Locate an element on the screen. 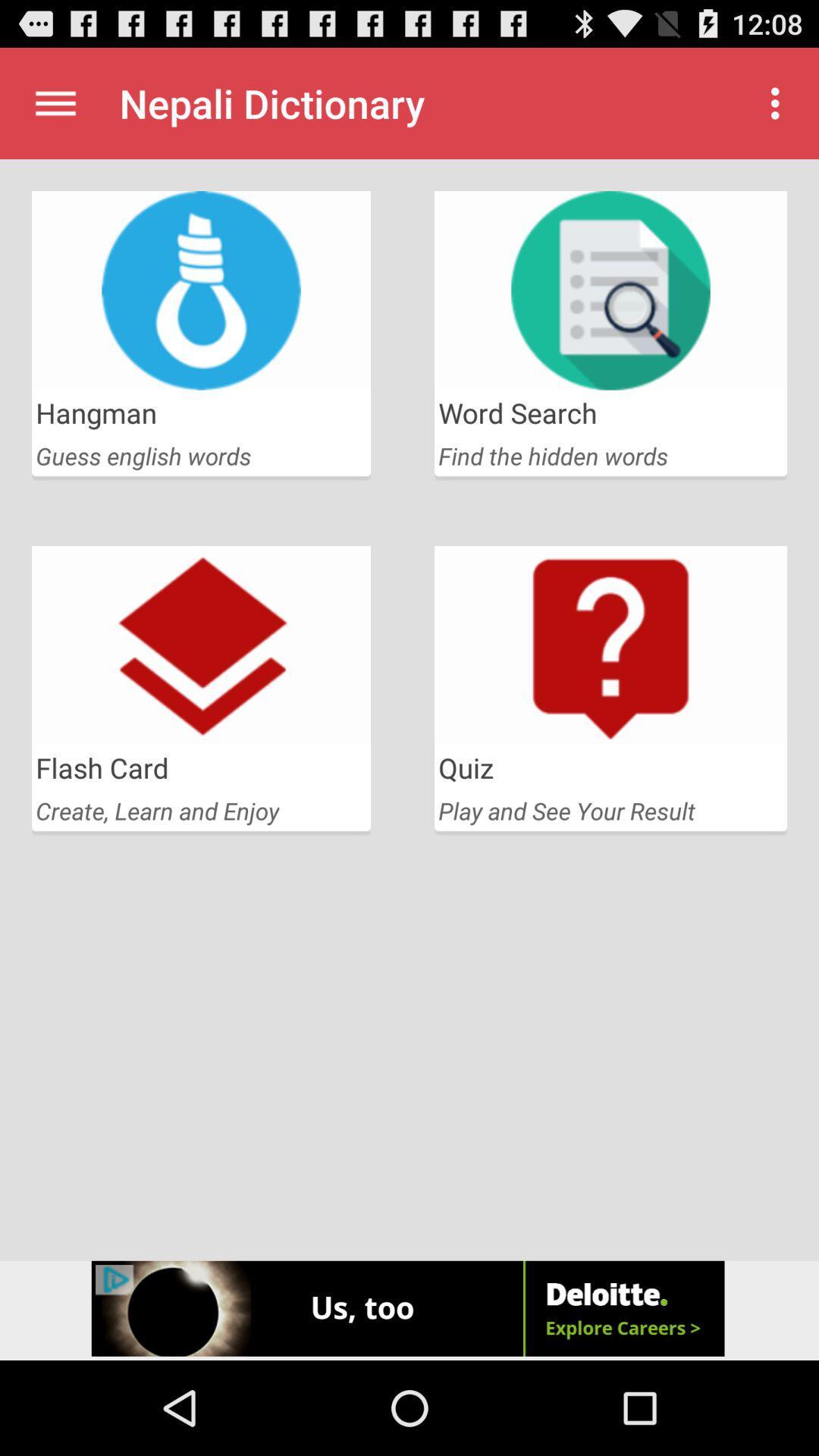  deloitte advertisement is located at coordinates (409, 1310).